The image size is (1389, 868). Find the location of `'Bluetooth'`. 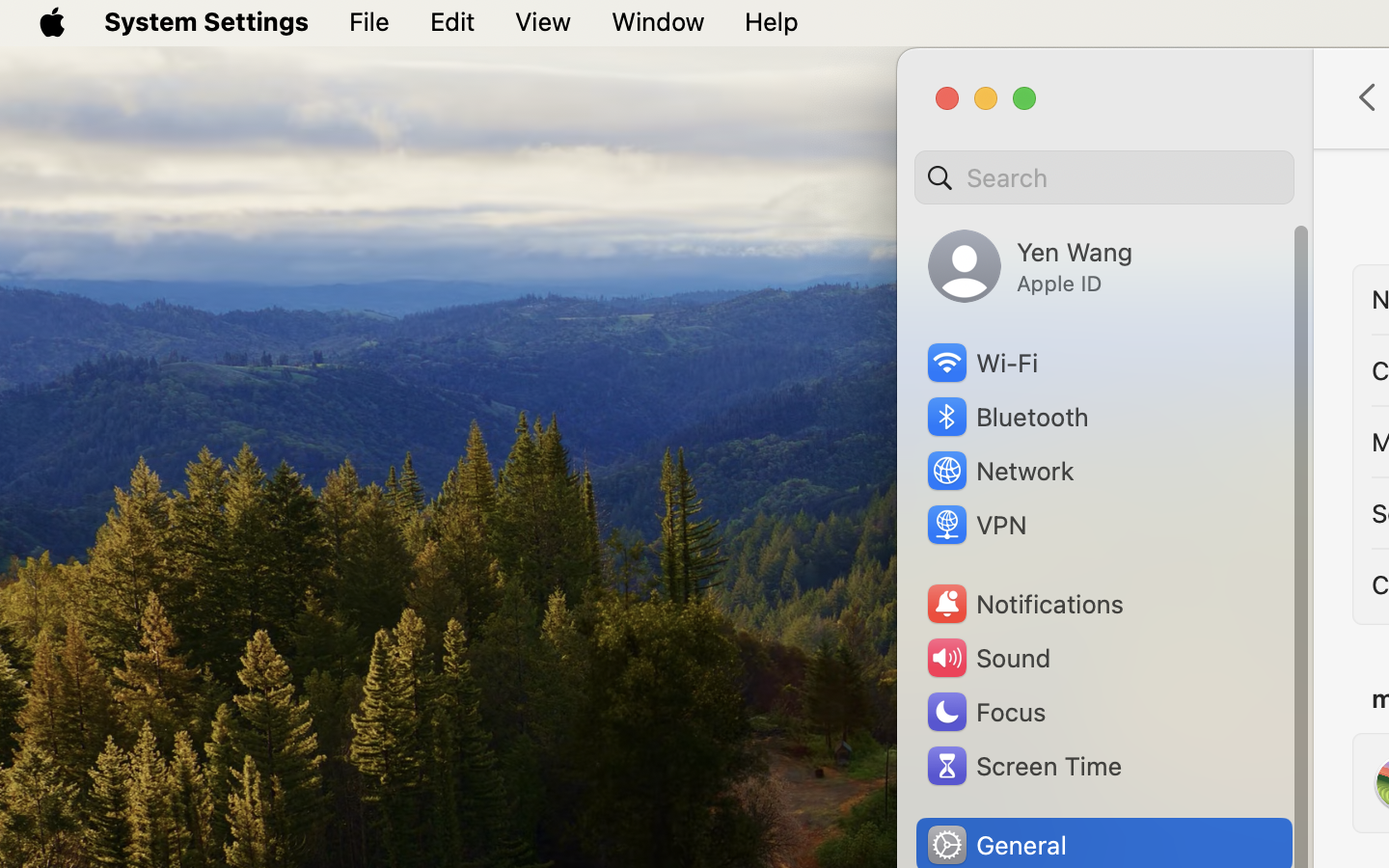

'Bluetooth' is located at coordinates (1007, 417).